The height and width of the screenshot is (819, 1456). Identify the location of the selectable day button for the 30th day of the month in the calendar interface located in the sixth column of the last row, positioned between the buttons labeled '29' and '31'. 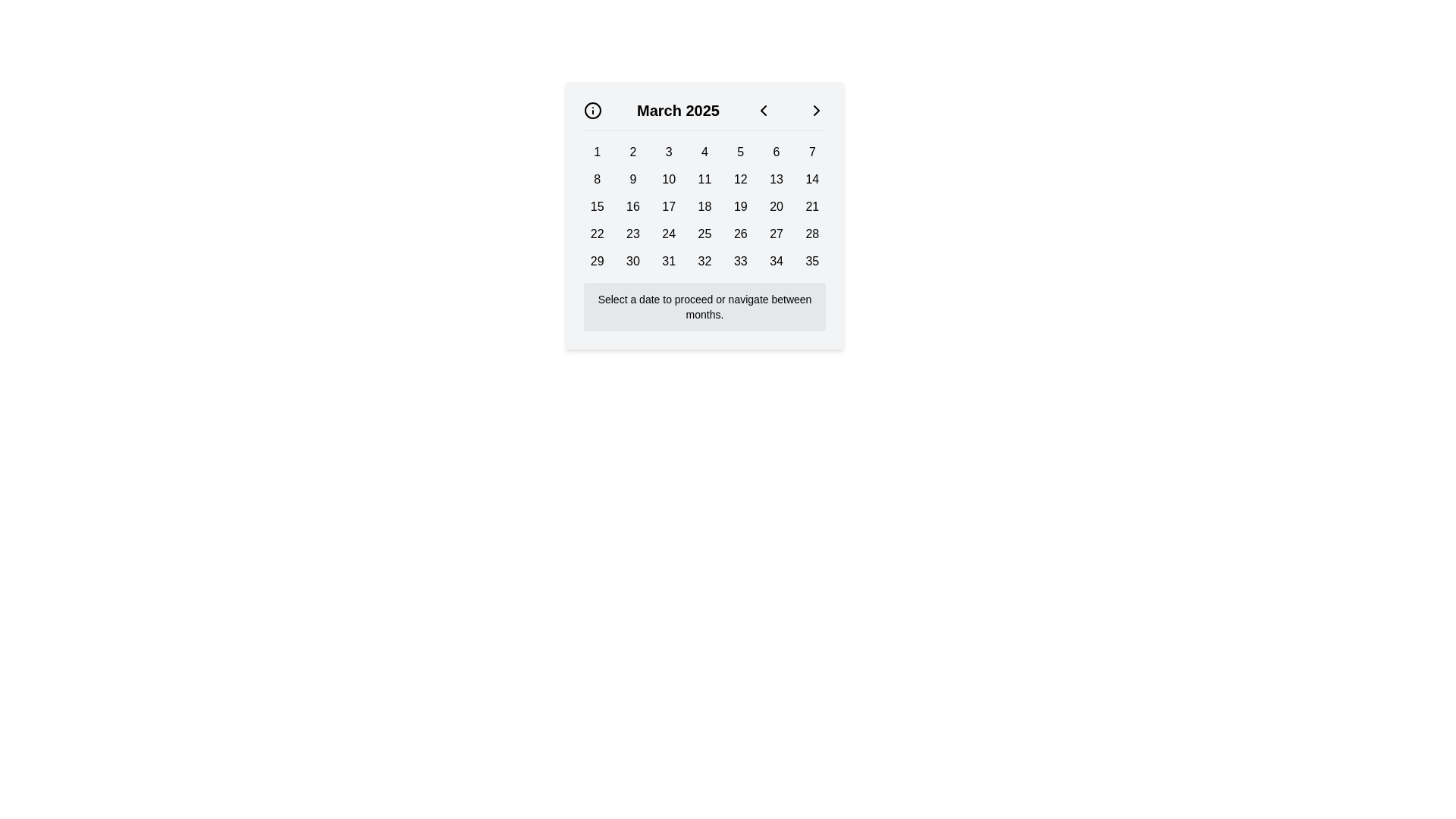
(633, 260).